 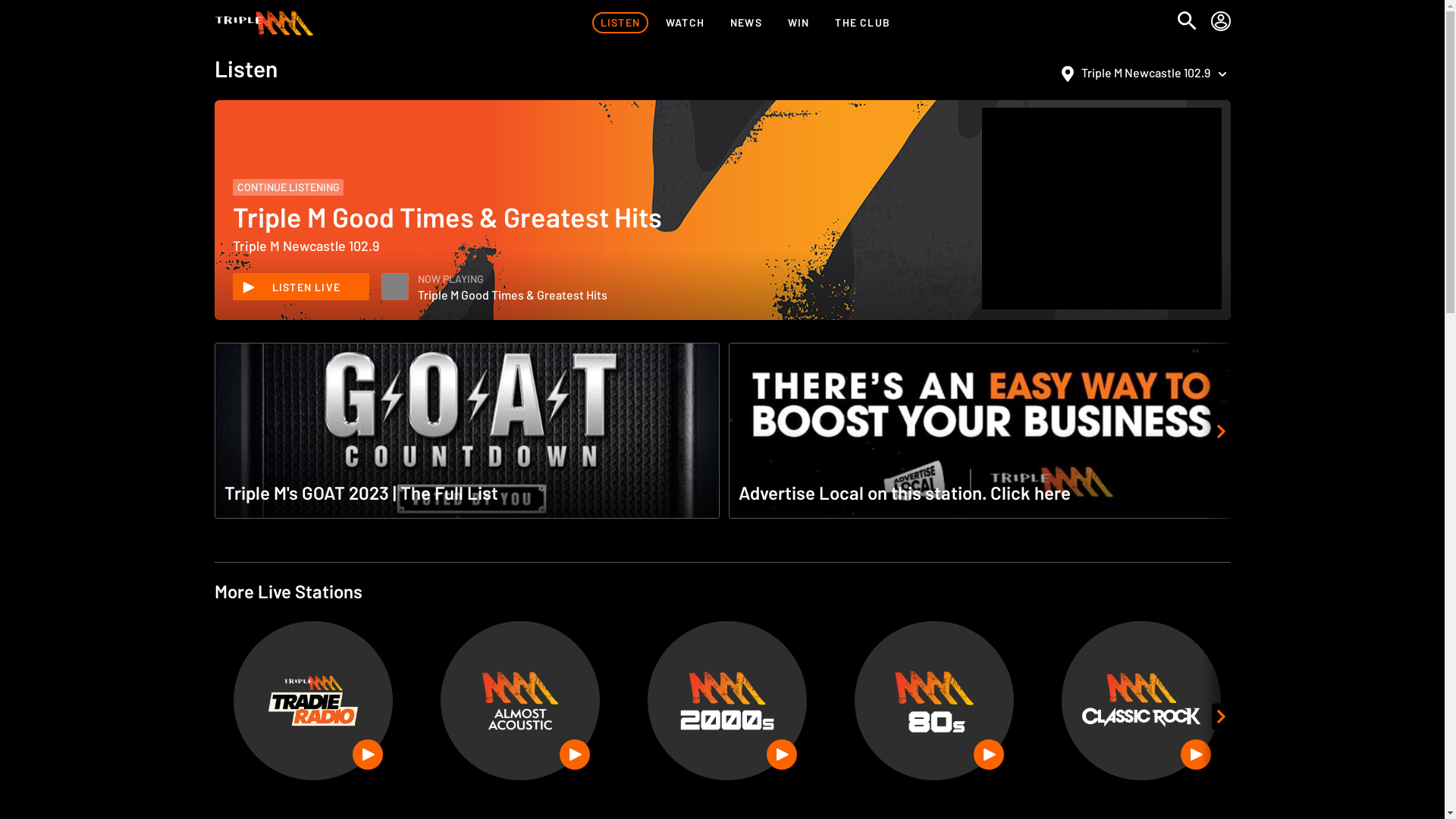 I want to click on 'Triple M's GOAT 2023 | The Full List', so click(x=465, y=431).